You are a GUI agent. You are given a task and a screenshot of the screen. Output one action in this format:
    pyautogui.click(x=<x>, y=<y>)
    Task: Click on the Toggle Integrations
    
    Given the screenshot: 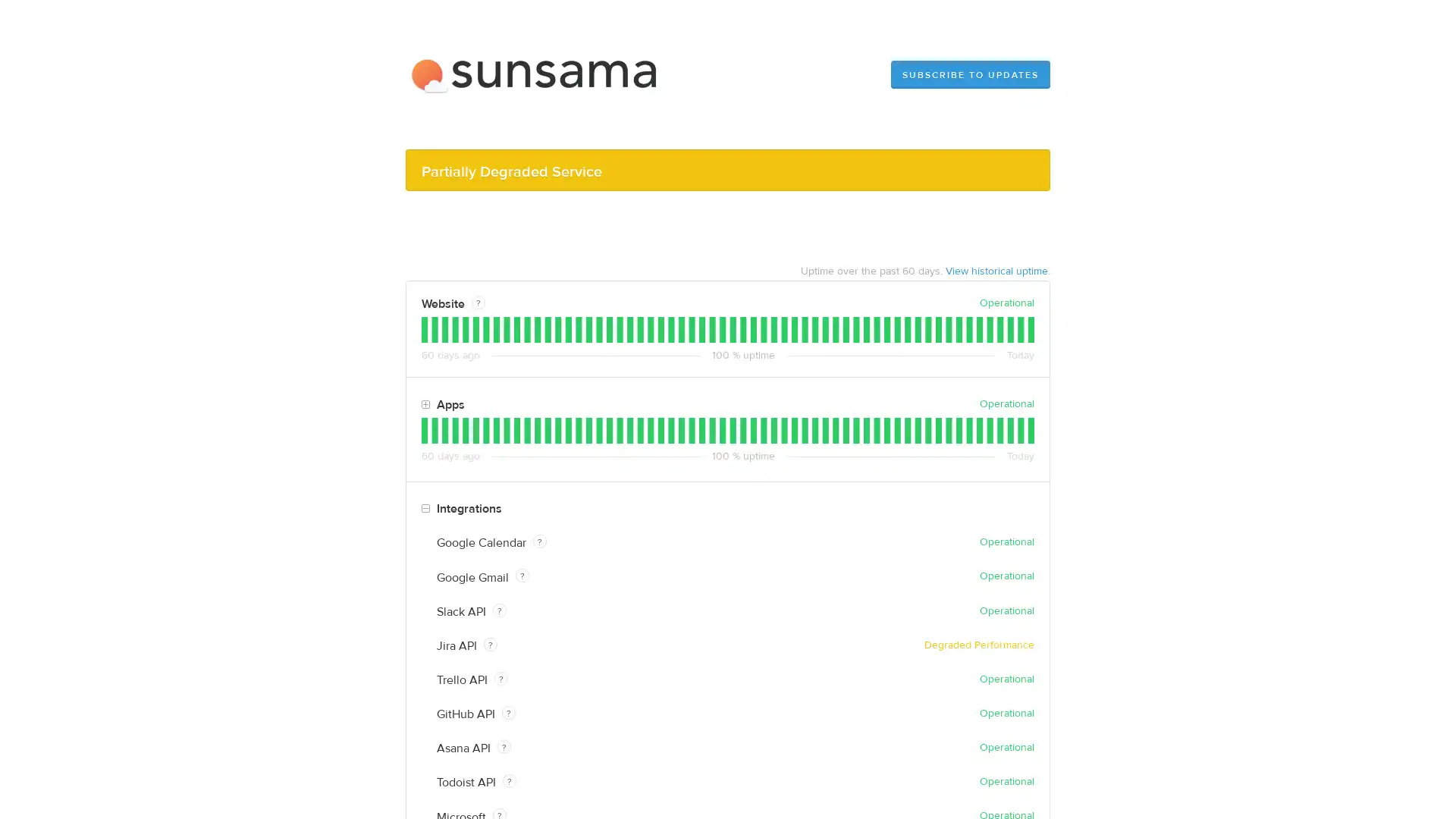 What is the action you would take?
    pyautogui.click(x=425, y=509)
    